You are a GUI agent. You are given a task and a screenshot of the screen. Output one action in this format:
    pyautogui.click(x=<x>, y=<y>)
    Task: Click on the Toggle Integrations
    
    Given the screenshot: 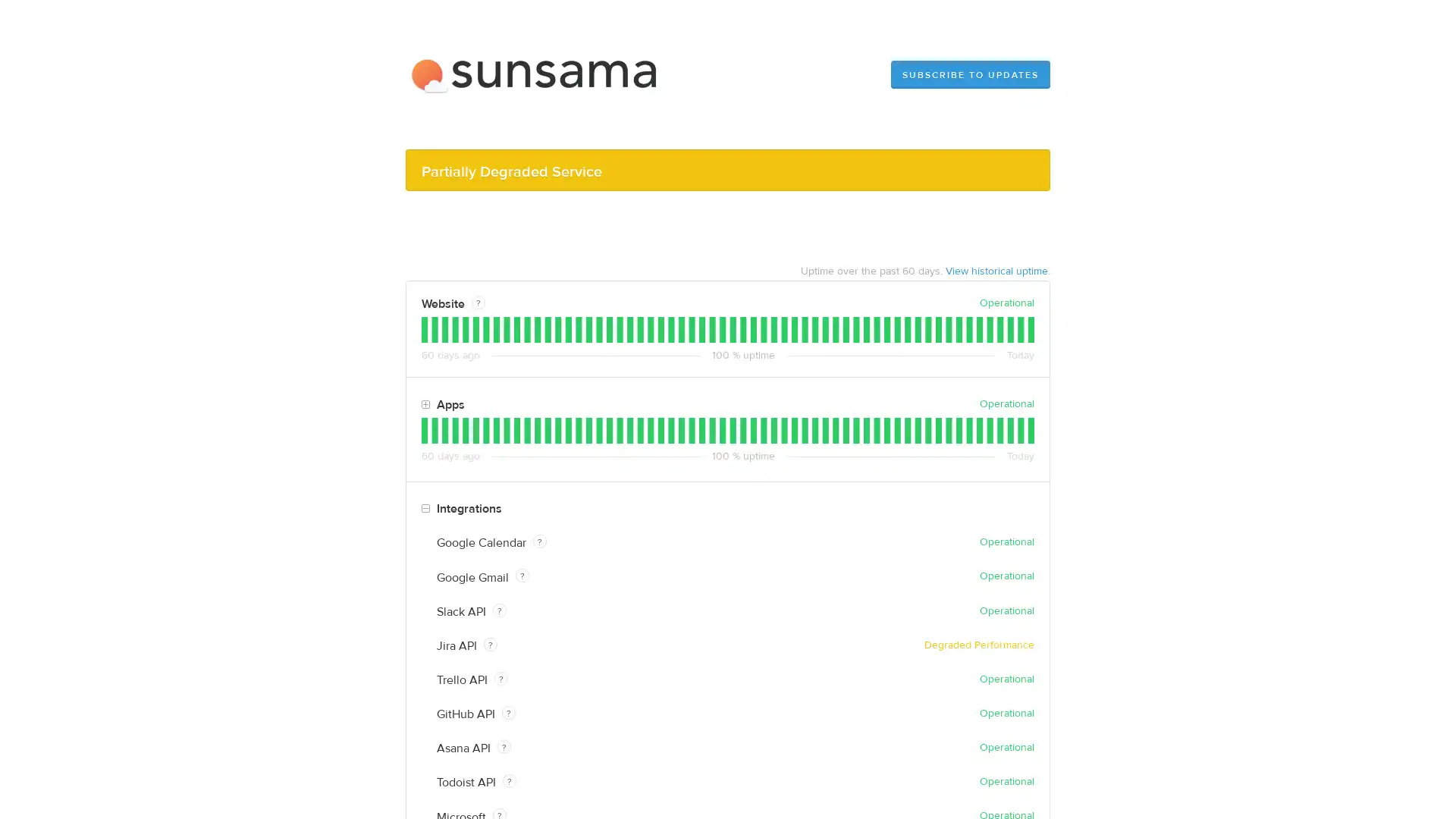 What is the action you would take?
    pyautogui.click(x=425, y=509)
    